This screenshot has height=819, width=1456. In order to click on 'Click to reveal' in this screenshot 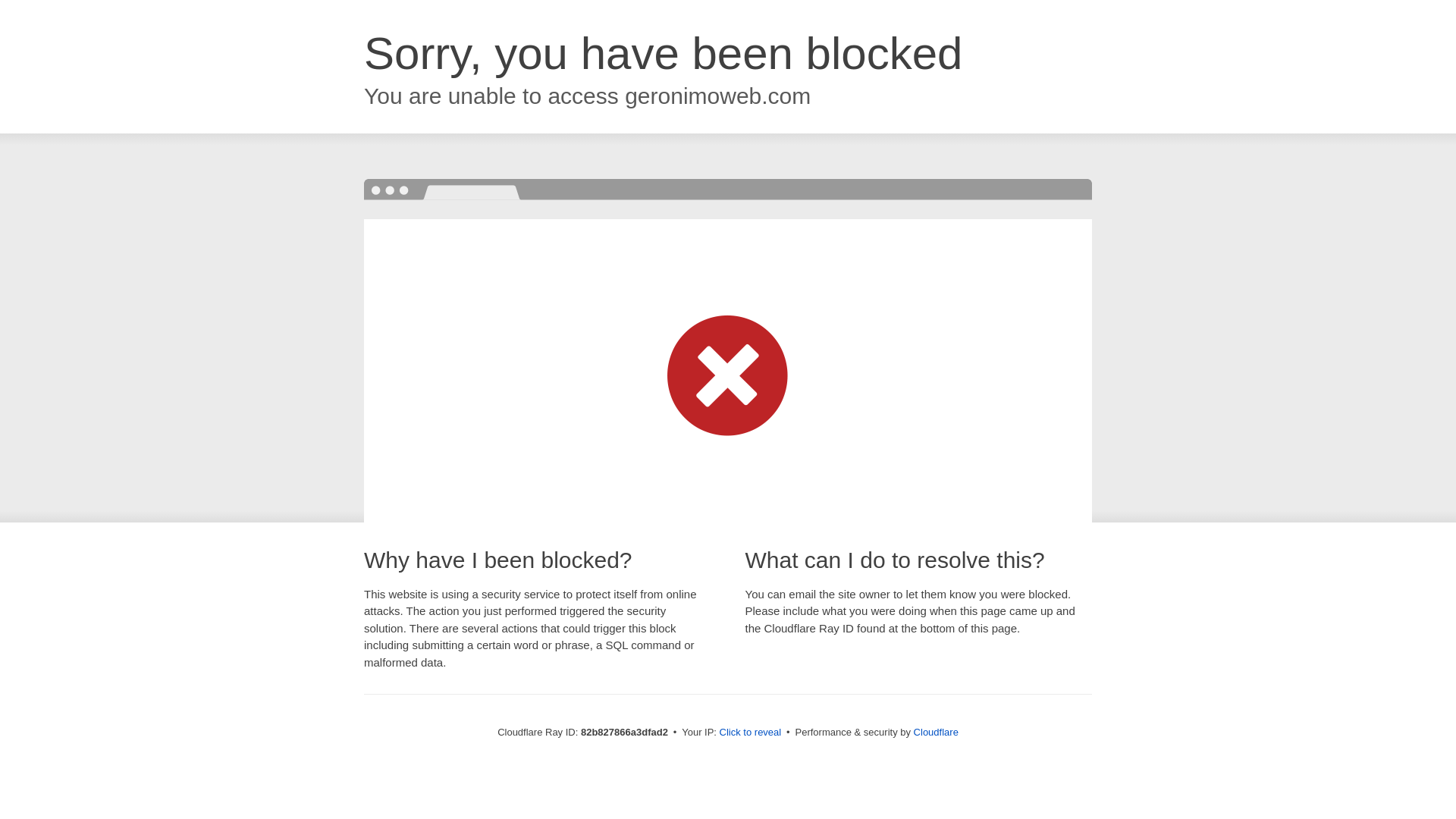, I will do `click(719, 731)`.